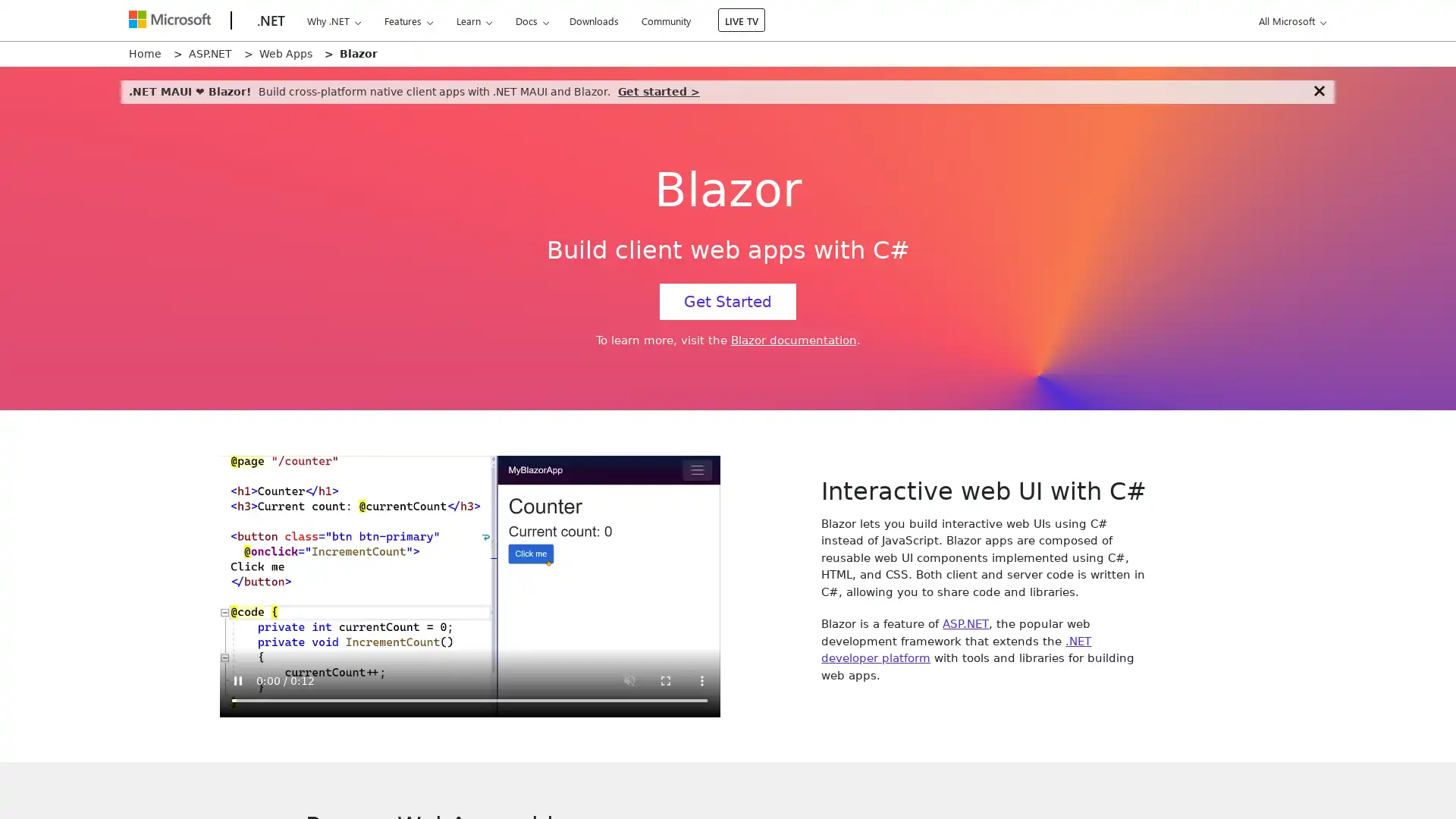  I want to click on Learn, so click(472, 20).